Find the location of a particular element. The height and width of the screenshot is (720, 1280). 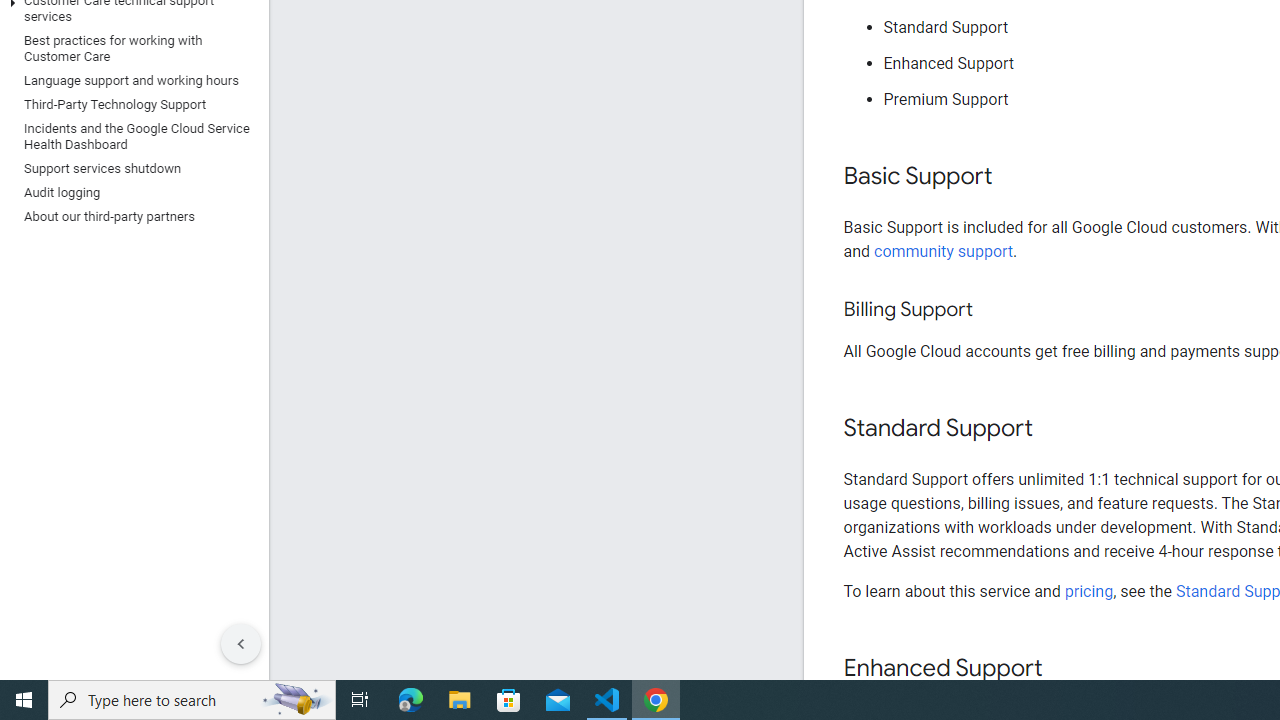

'pricing' is located at coordinates (1087, 590).